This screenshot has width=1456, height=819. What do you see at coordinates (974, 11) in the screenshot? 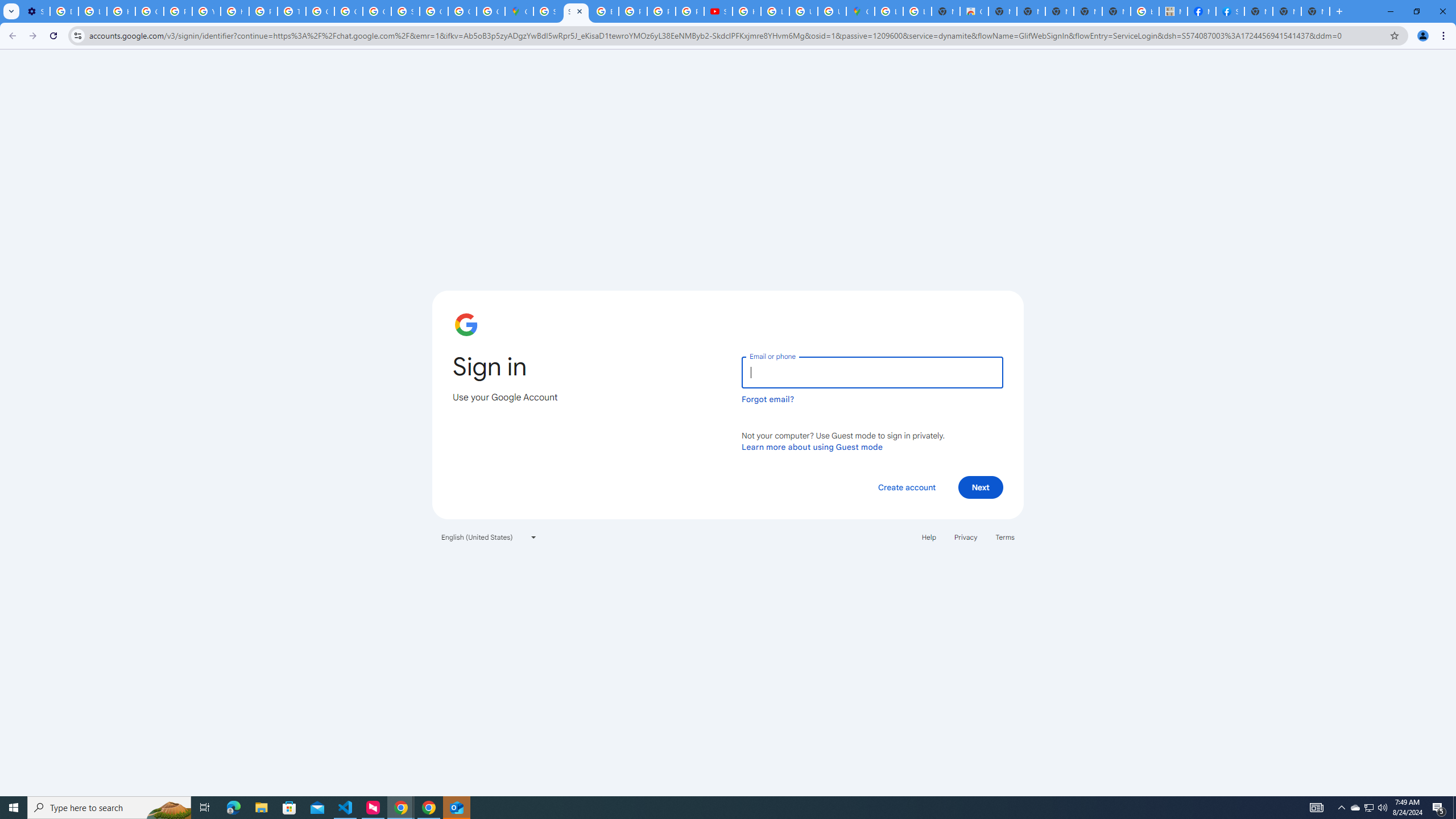
I see `'Chrome Web Store'` at bounding box center [974, 11].